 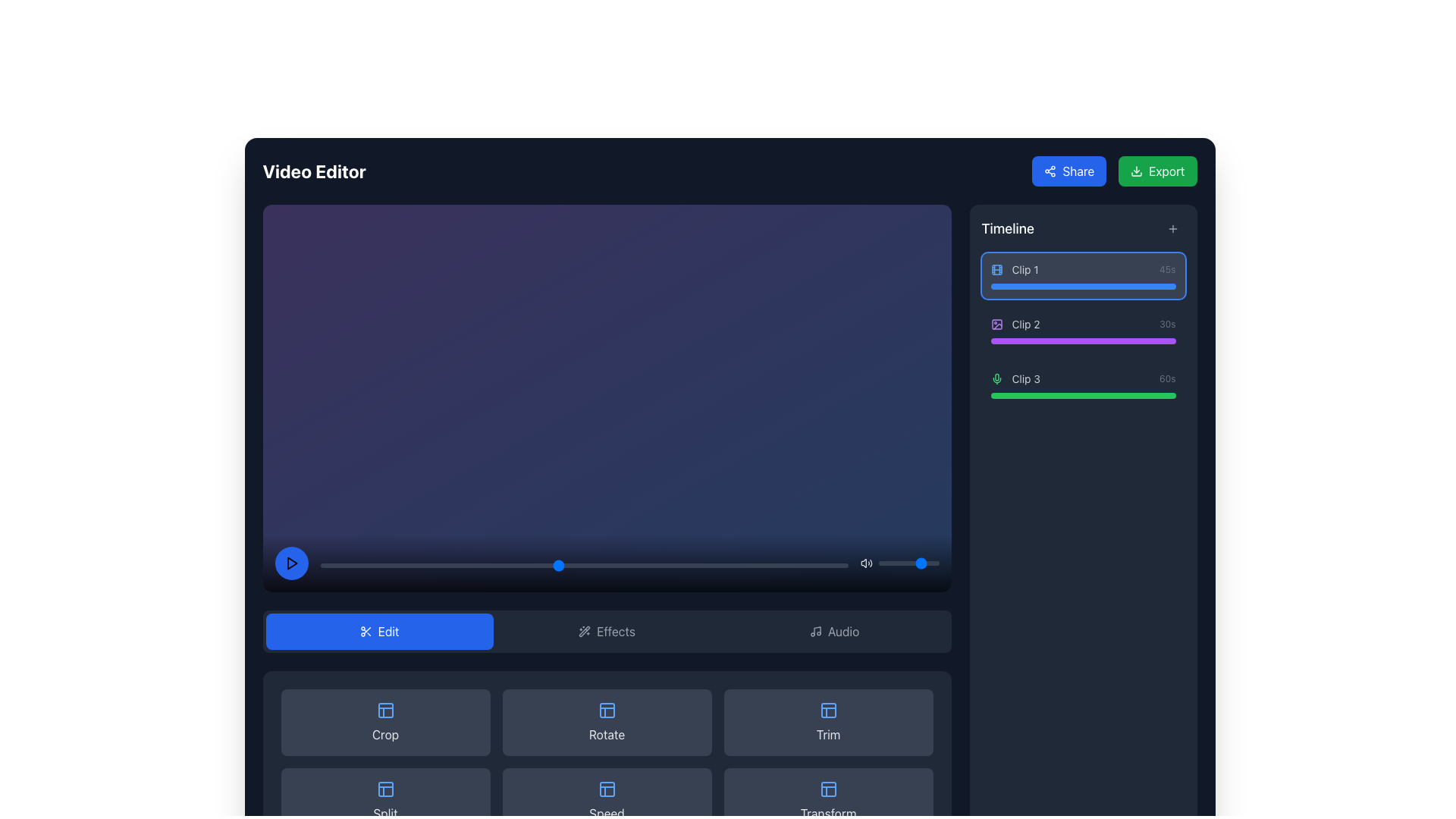 I want to click on the second timeline entry item, which represents a video clip, so click(x=1082, y=324).